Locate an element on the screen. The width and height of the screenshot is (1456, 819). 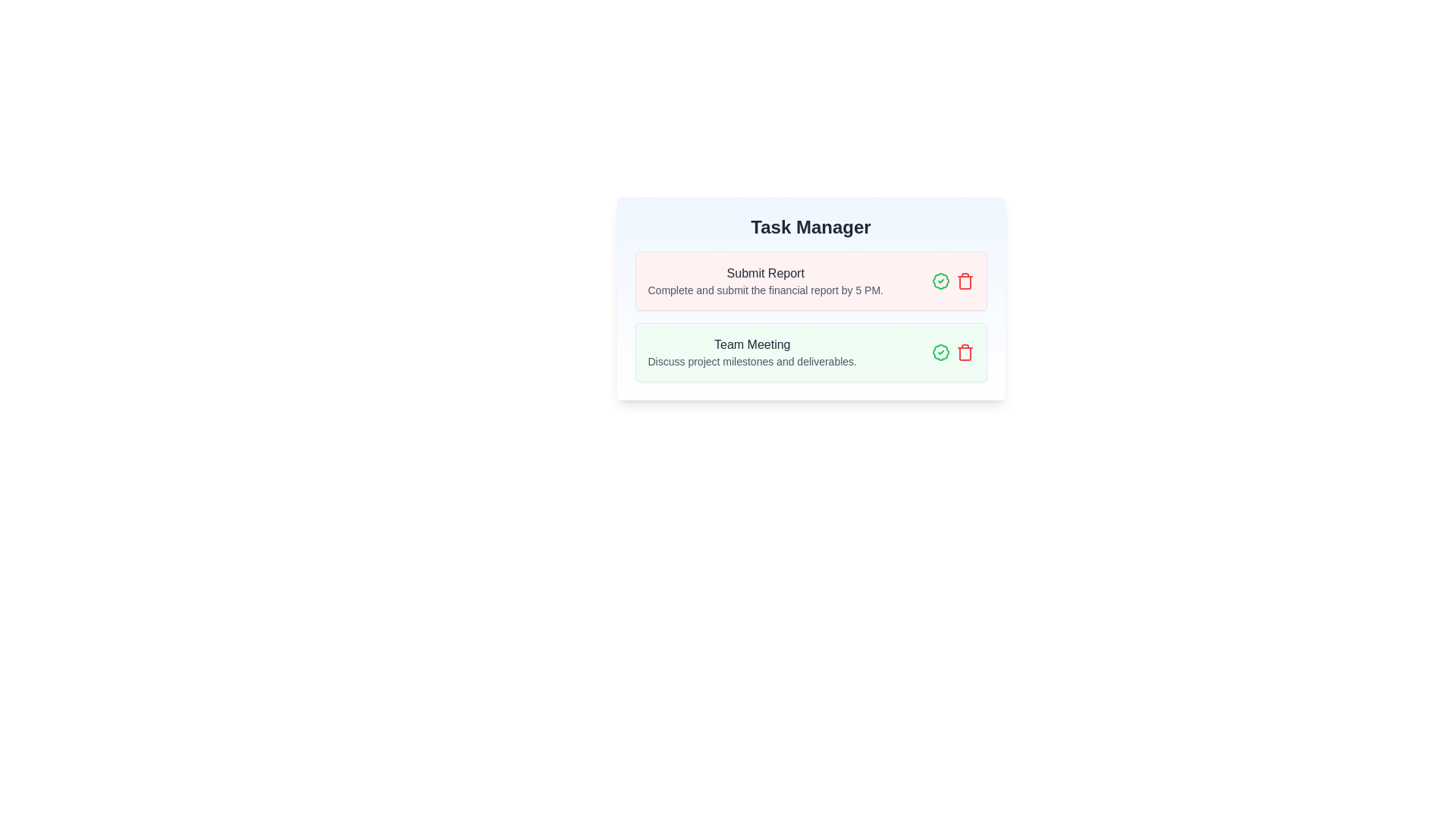
the decorative graphical icon that visually represents a status or category, located on the right side of the task description beneath the 'Submit Report' task is located at coordinates (940, 353).